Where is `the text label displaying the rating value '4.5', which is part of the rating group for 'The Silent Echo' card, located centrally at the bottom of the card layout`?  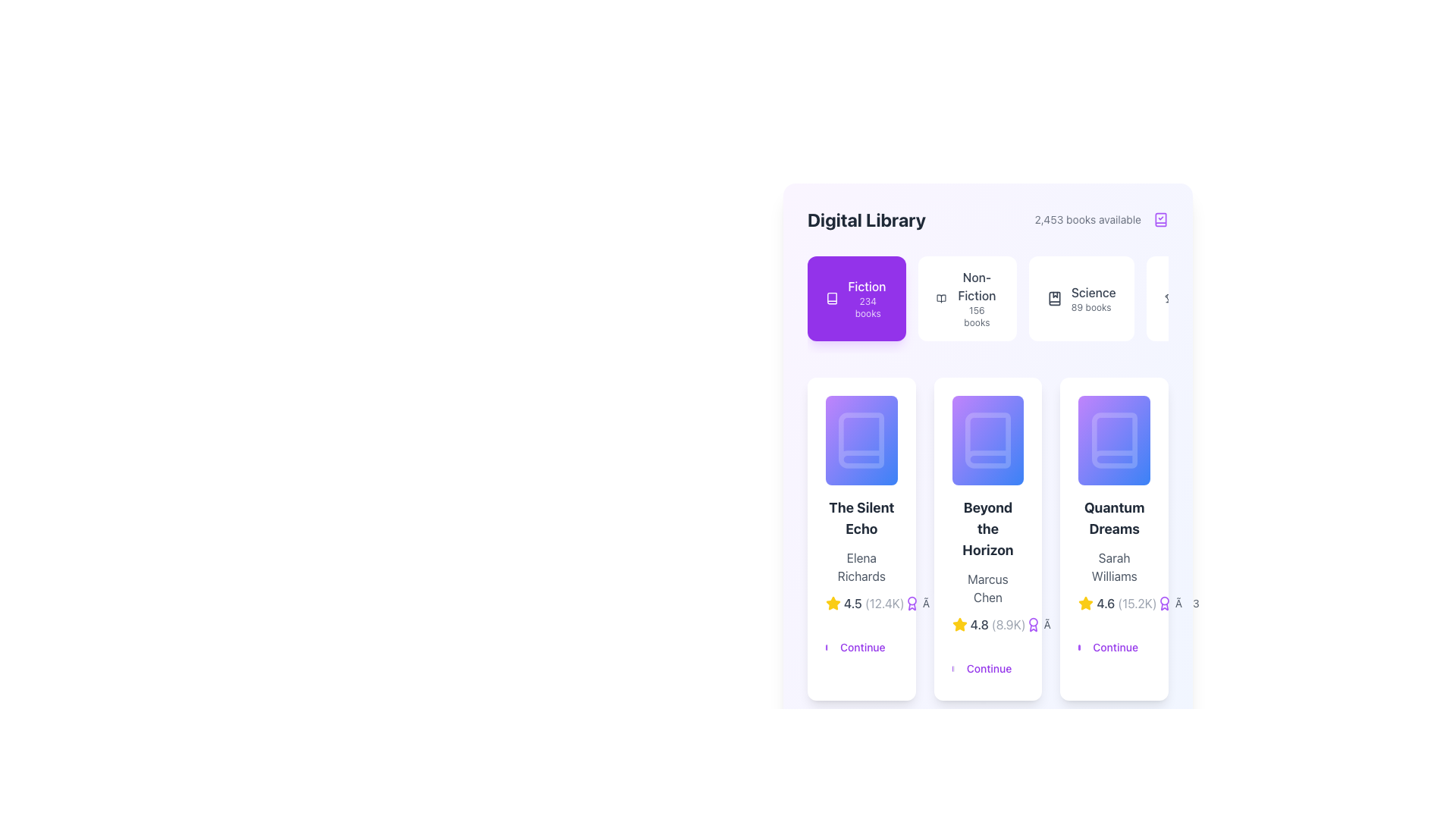
the text label displaying the rating value '4.5', which is part of the rating group for 'The Silent Echo' card, located centrally at the bottom of the card layout is located at coordinates (852, 603).